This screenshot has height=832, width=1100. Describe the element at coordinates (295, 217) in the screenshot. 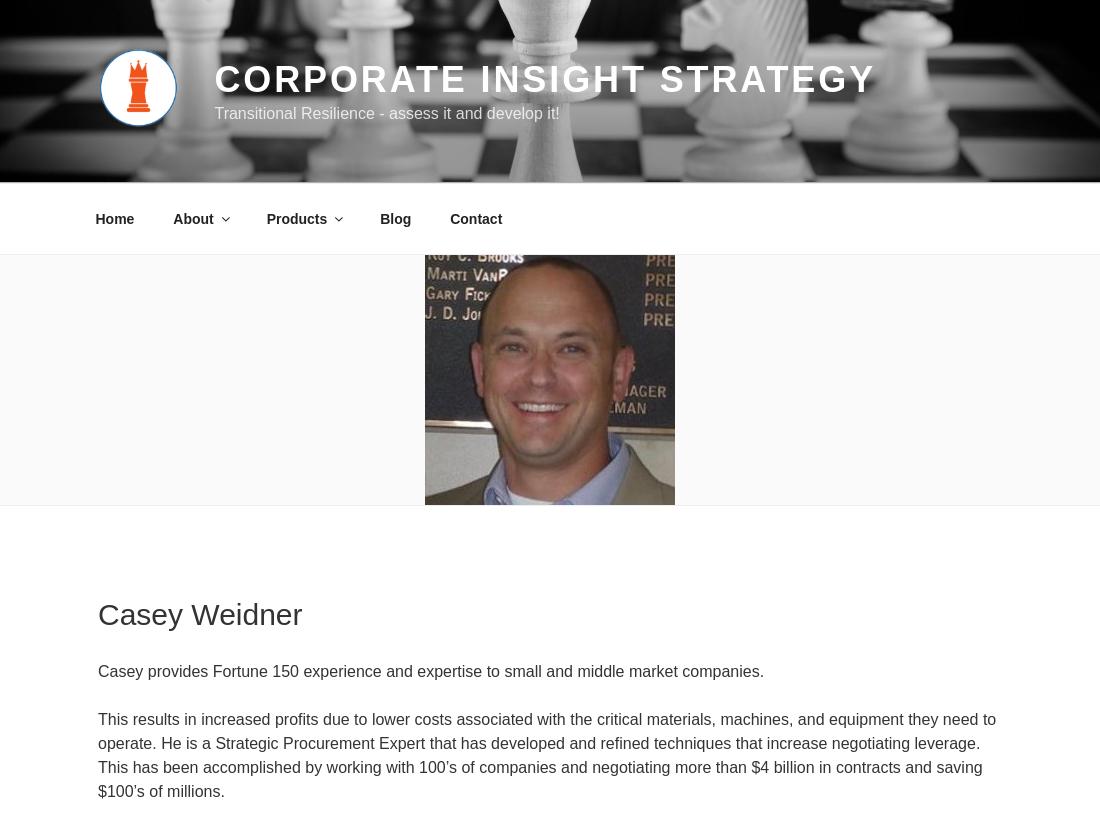

I see `'Products'` at that location.